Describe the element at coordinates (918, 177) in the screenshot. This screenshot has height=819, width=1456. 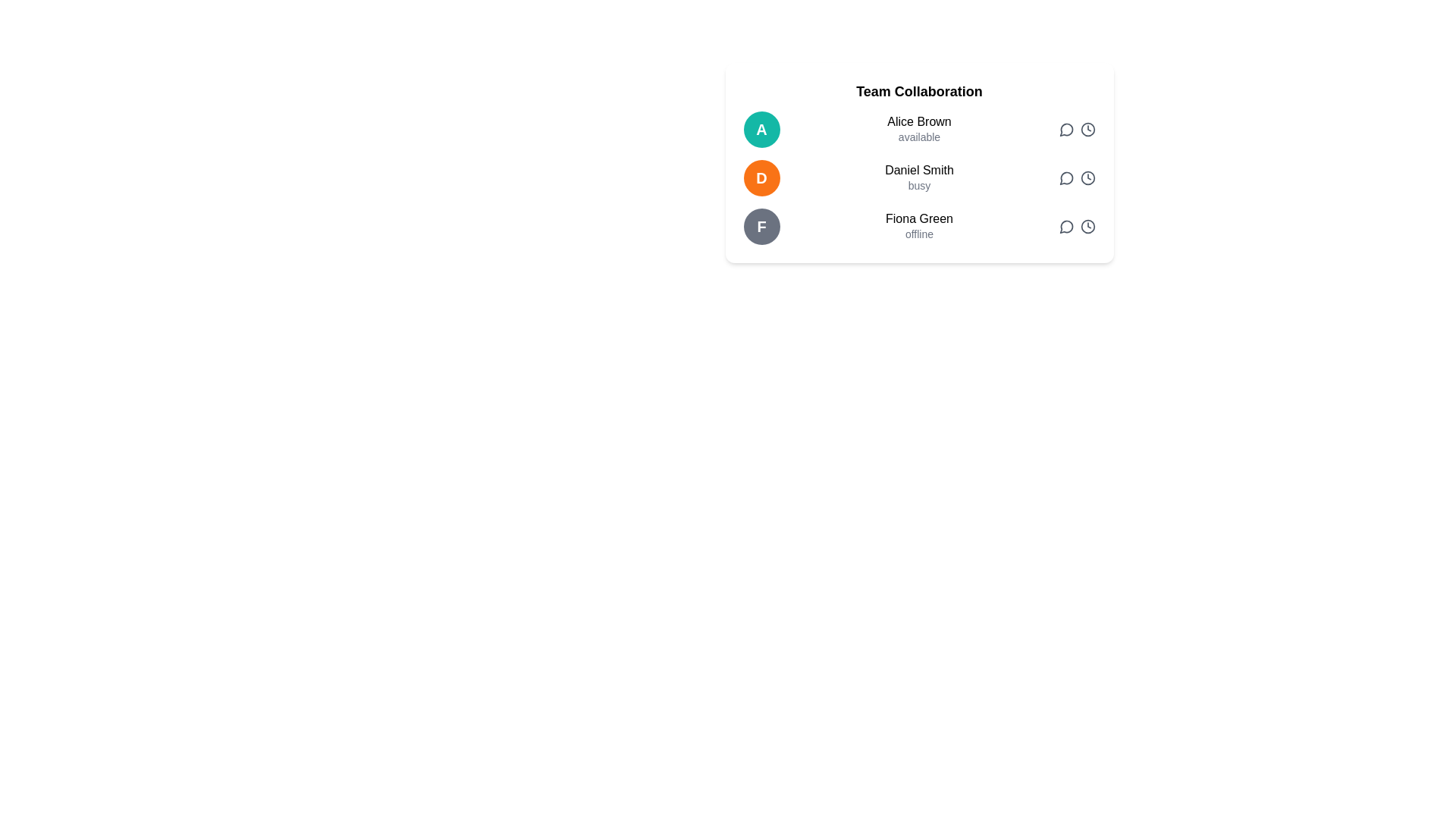
I see `the second list entry for team member 'Daniel Smith' in the team collaboration interface` at that location.